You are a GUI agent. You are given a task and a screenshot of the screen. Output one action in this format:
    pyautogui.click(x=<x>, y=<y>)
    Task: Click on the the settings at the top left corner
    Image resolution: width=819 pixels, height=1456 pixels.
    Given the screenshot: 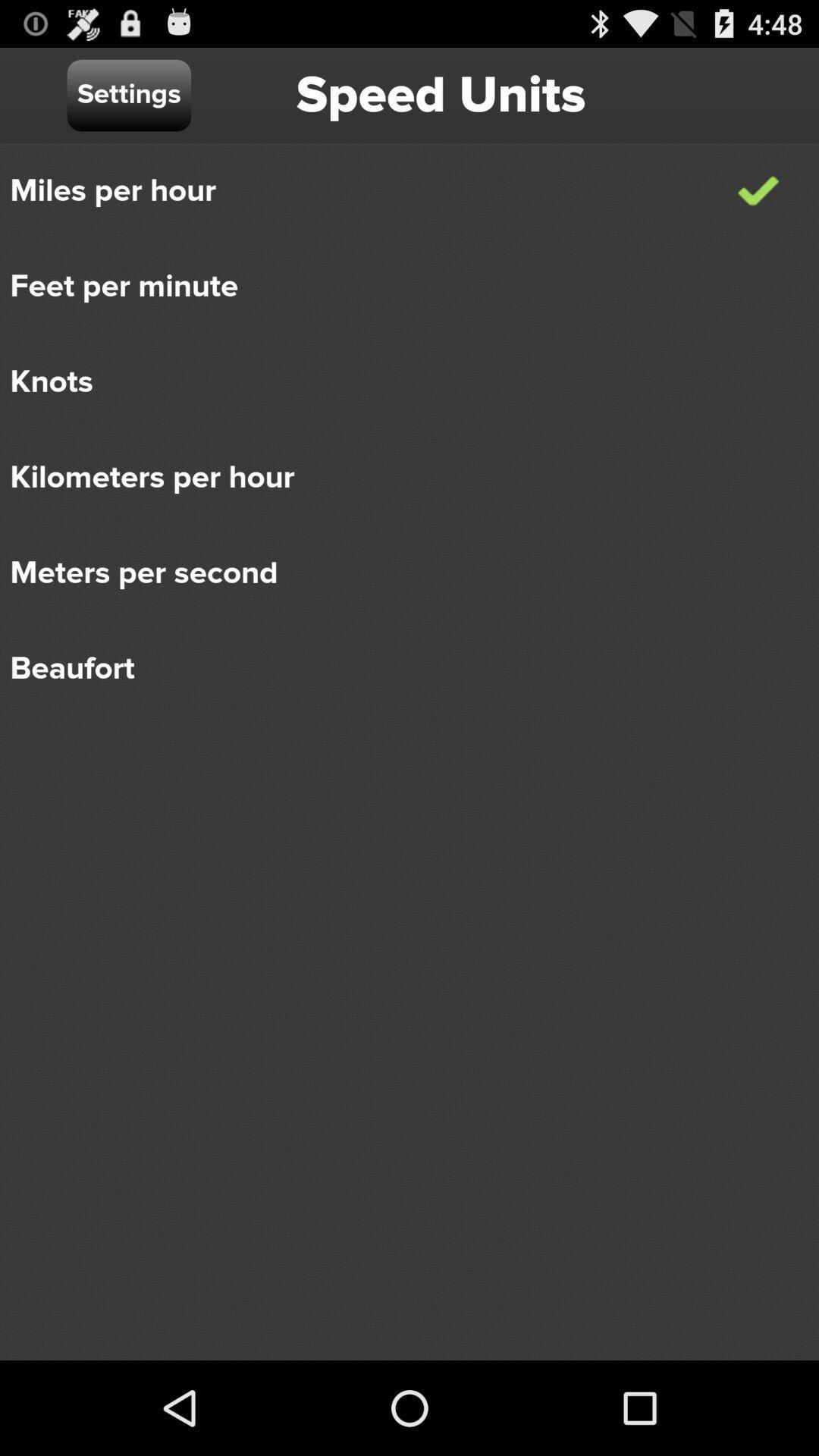 What is the action you would take?
    pyautogui.click(x=128, y=94)
    